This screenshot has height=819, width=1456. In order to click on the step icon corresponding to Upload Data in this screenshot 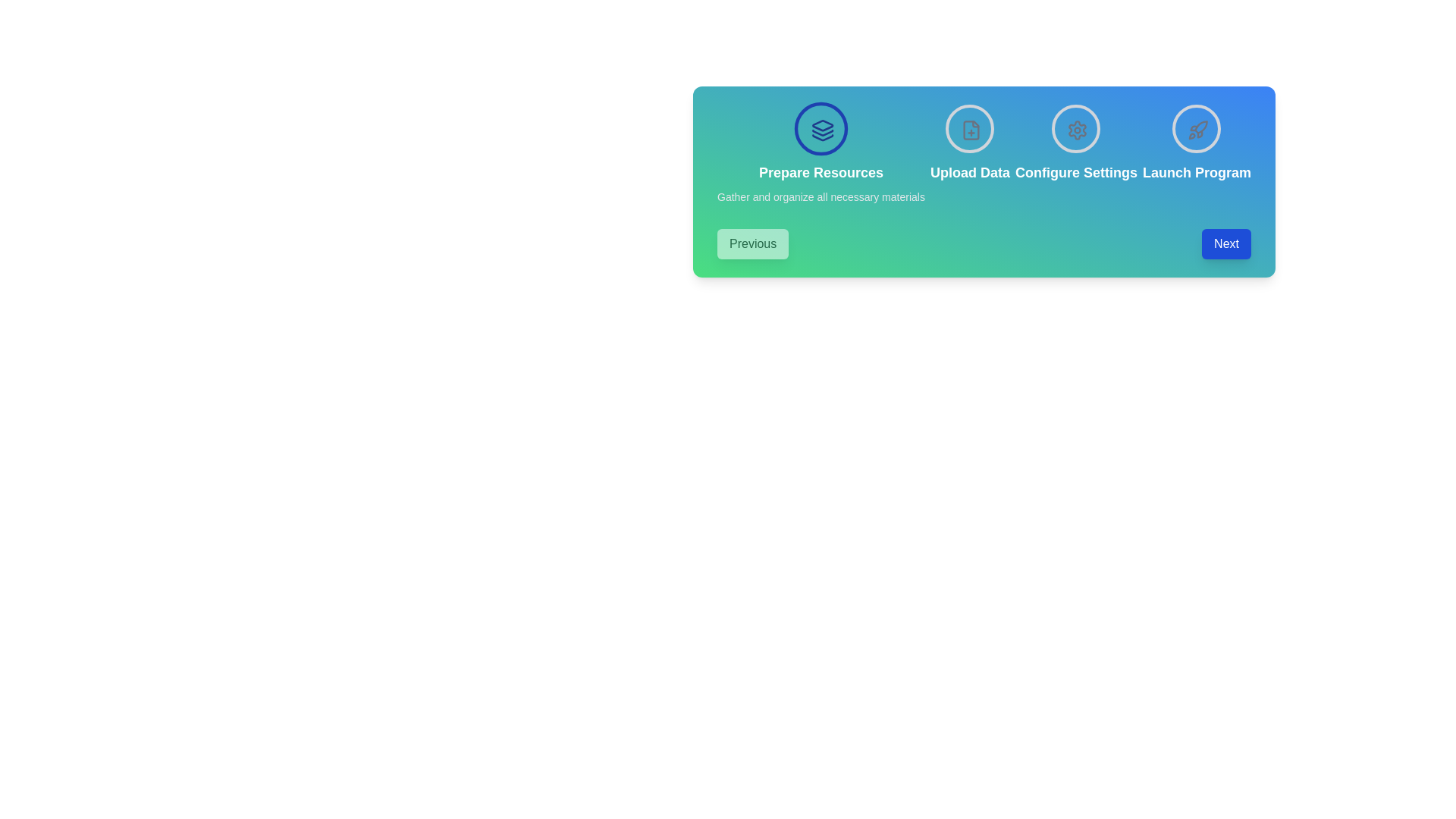, I will do `click(969, 127)`.